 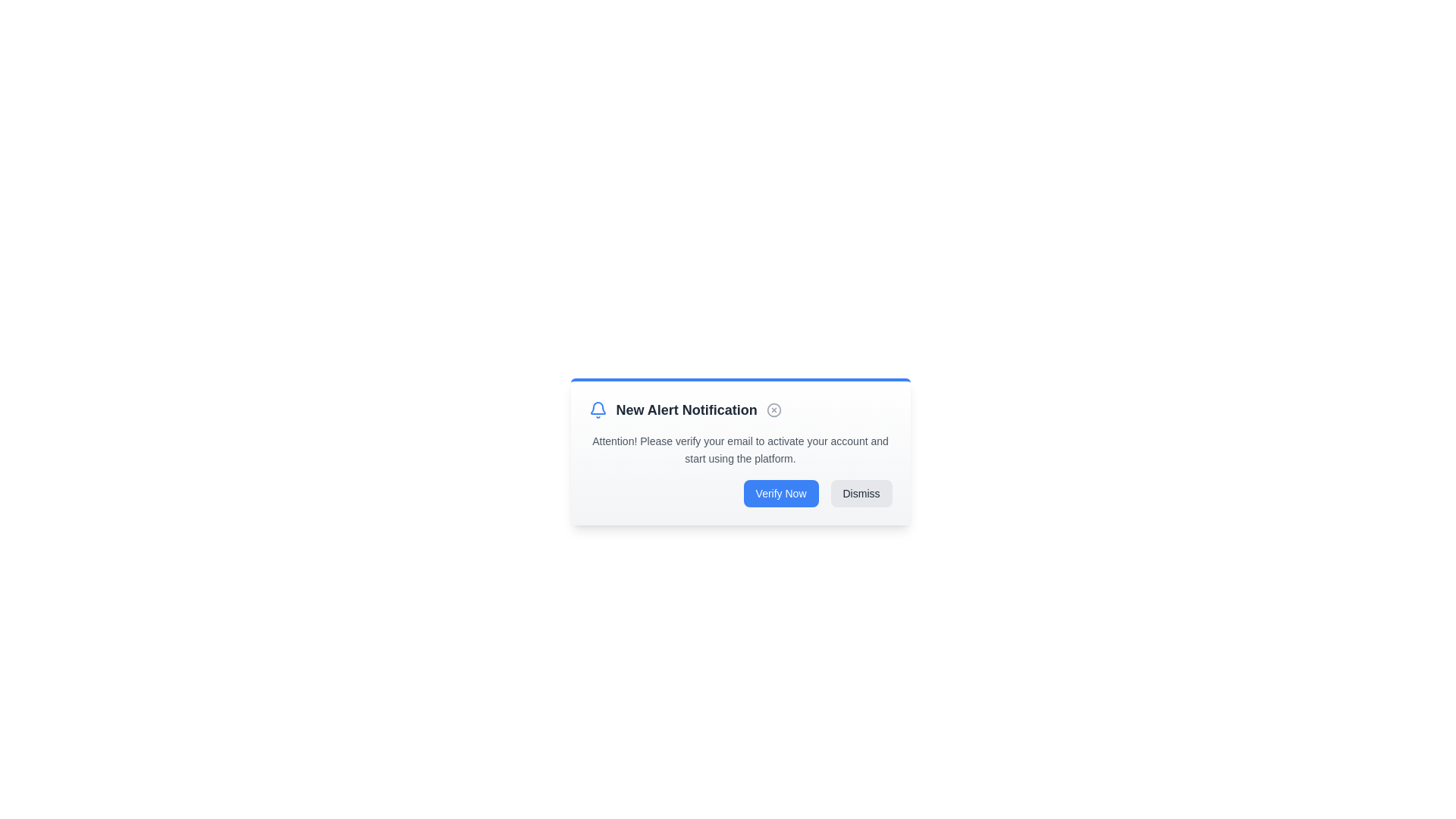 What do you see at coordinates (740, 409) in the screenshot?
I see `the Header element that features a bell icon and the text 'New Alert Notification', which is aligned to the left and positioned at the top of the card-like interface` at bounding box center [740, 409].